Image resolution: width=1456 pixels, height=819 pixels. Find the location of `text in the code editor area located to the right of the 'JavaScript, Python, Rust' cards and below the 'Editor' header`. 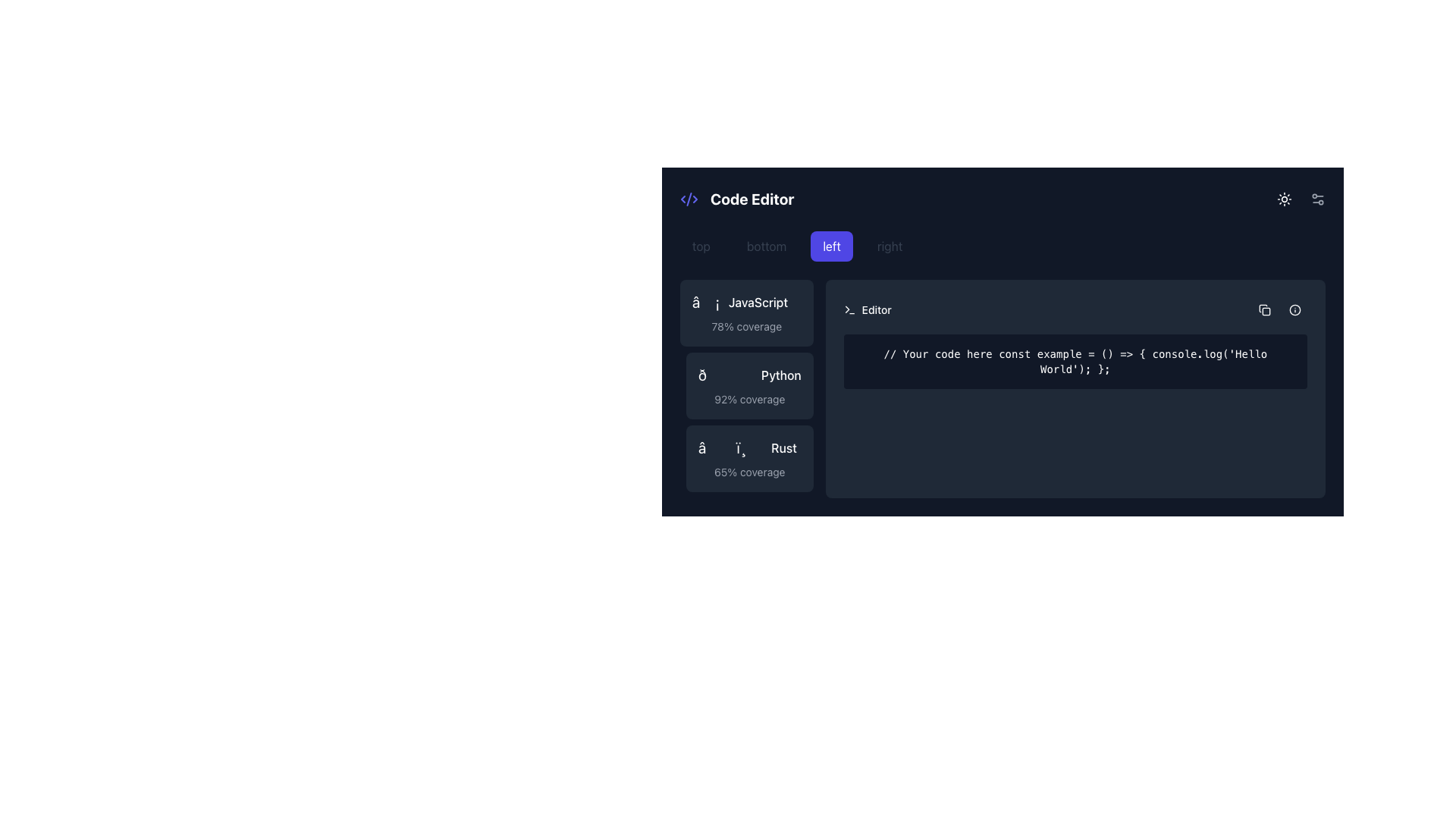

text in the code editor area located to the right of the 'JavaScript, Python, Rust' cards and below the 'Editor' header is located at coordinates (1003, 388).